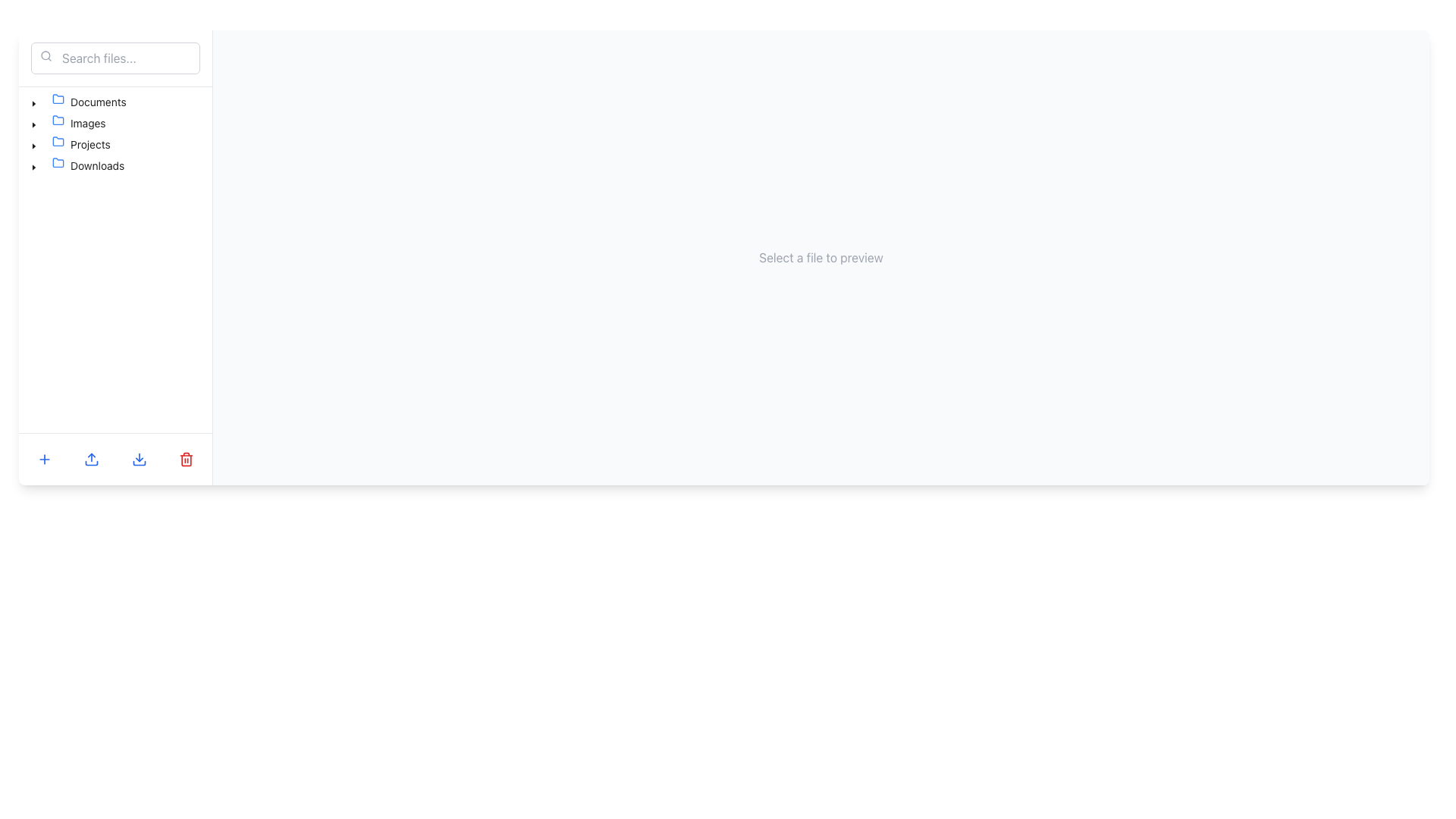  Describe the element at coordinates (67, 122) in the screenshot. I see `the tree node labeled 'Images', which is the second node in the vertical tree list, positioned between 'Documents' and 'Projects'` at that location.